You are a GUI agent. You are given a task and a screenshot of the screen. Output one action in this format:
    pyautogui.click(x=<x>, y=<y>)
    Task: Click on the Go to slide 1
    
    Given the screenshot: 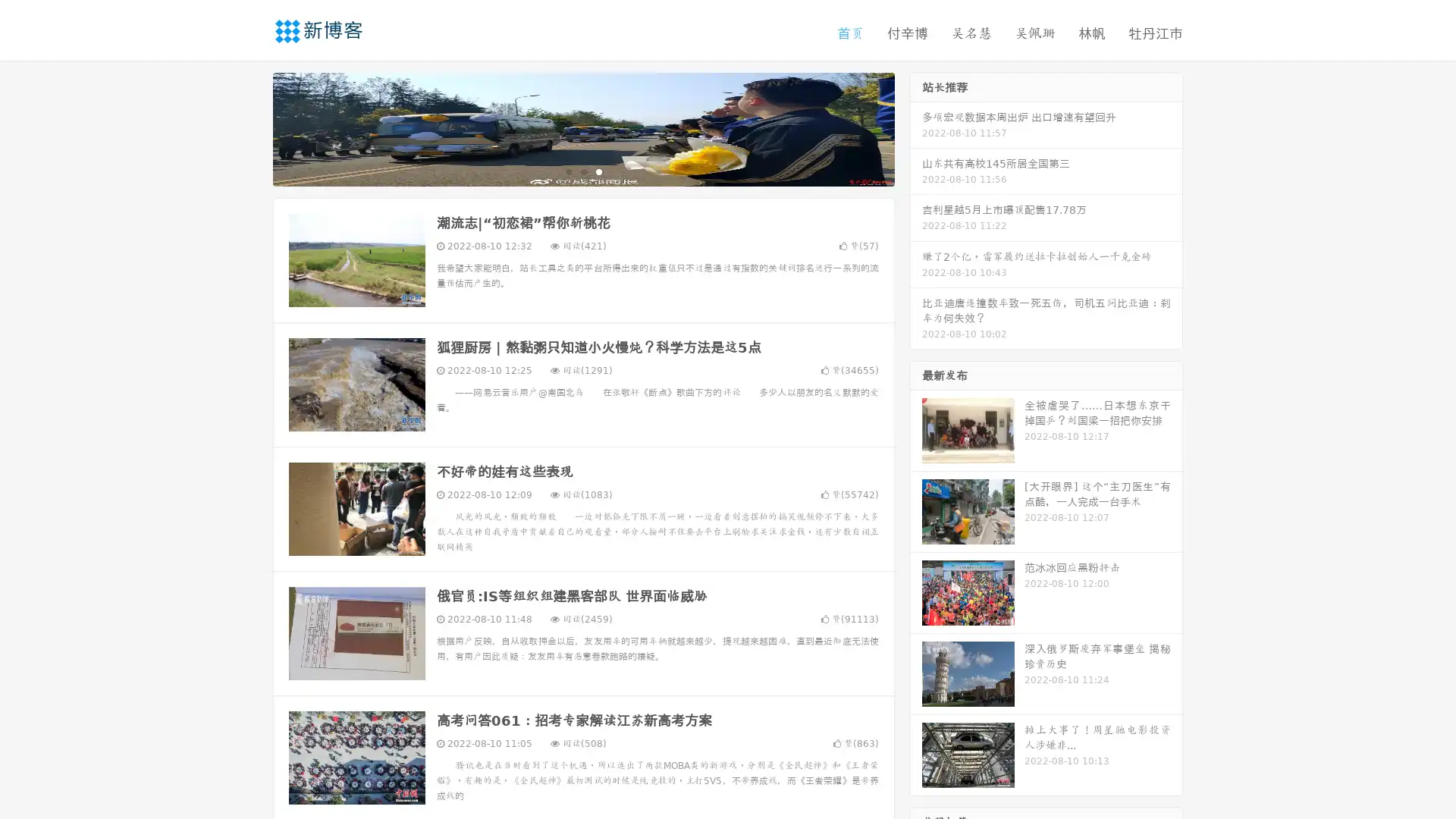 What is the action you would take?
    pyautogui.click(x=567, y=171)
    